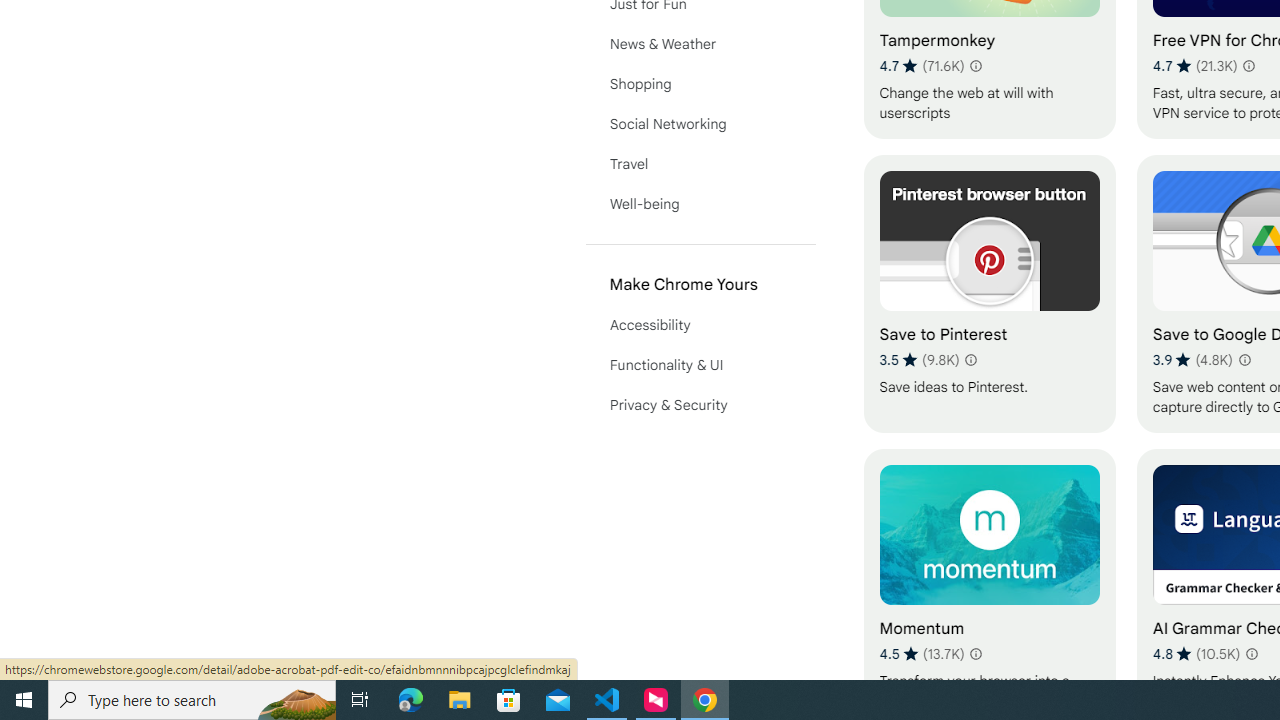 The height and width of the screenshot is (720, 1280). What do you see at coordinates (700, 365) in the screenshot?
I see `'Functionality & UI'` at bounding box center [700, 365].